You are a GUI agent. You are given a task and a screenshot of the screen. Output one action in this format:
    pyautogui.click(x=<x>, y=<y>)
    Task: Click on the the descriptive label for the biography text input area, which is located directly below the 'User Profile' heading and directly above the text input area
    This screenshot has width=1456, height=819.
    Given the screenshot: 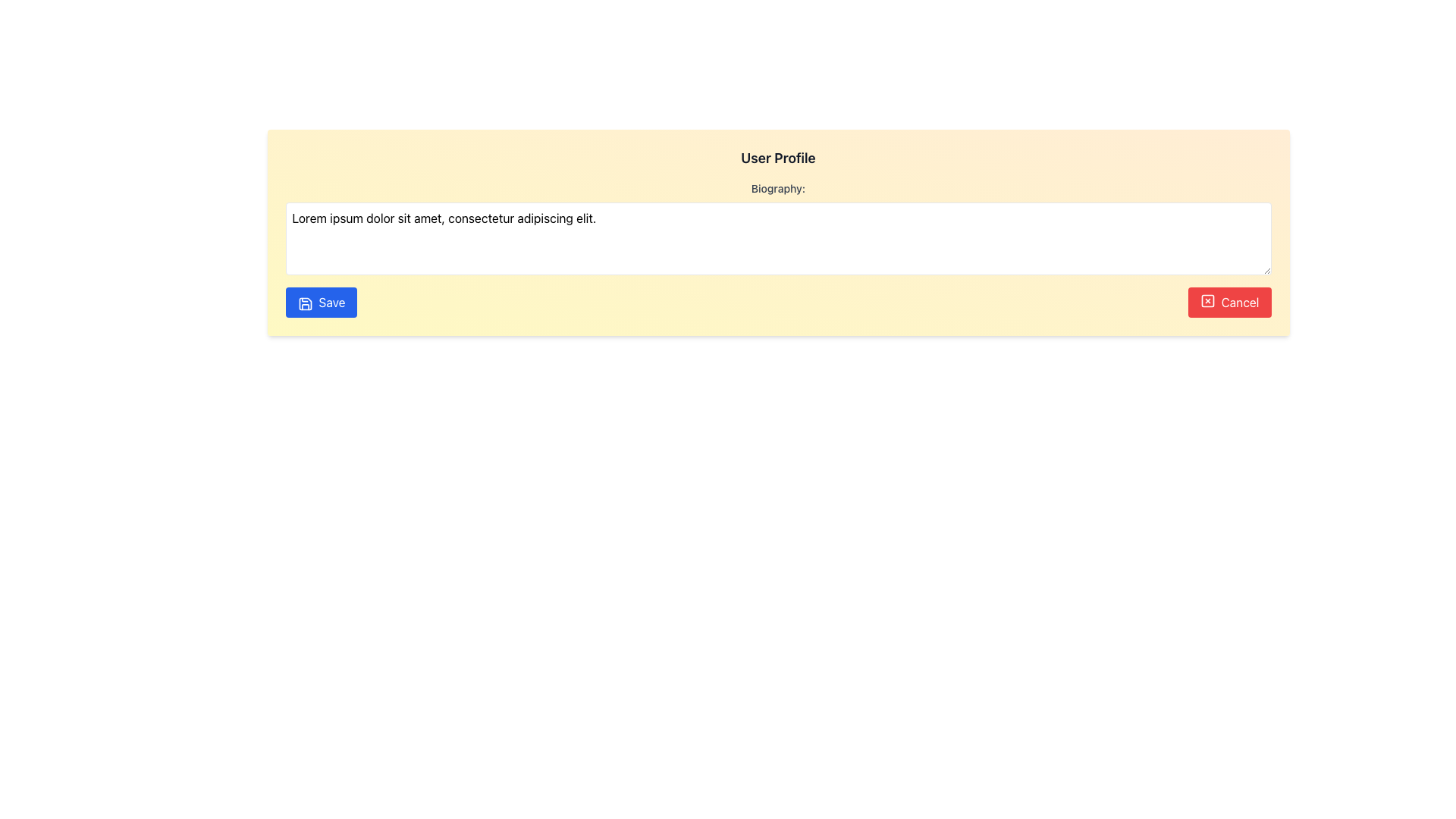 What is the action you would take?
    pyautogui.click(x=778, y=188)
    